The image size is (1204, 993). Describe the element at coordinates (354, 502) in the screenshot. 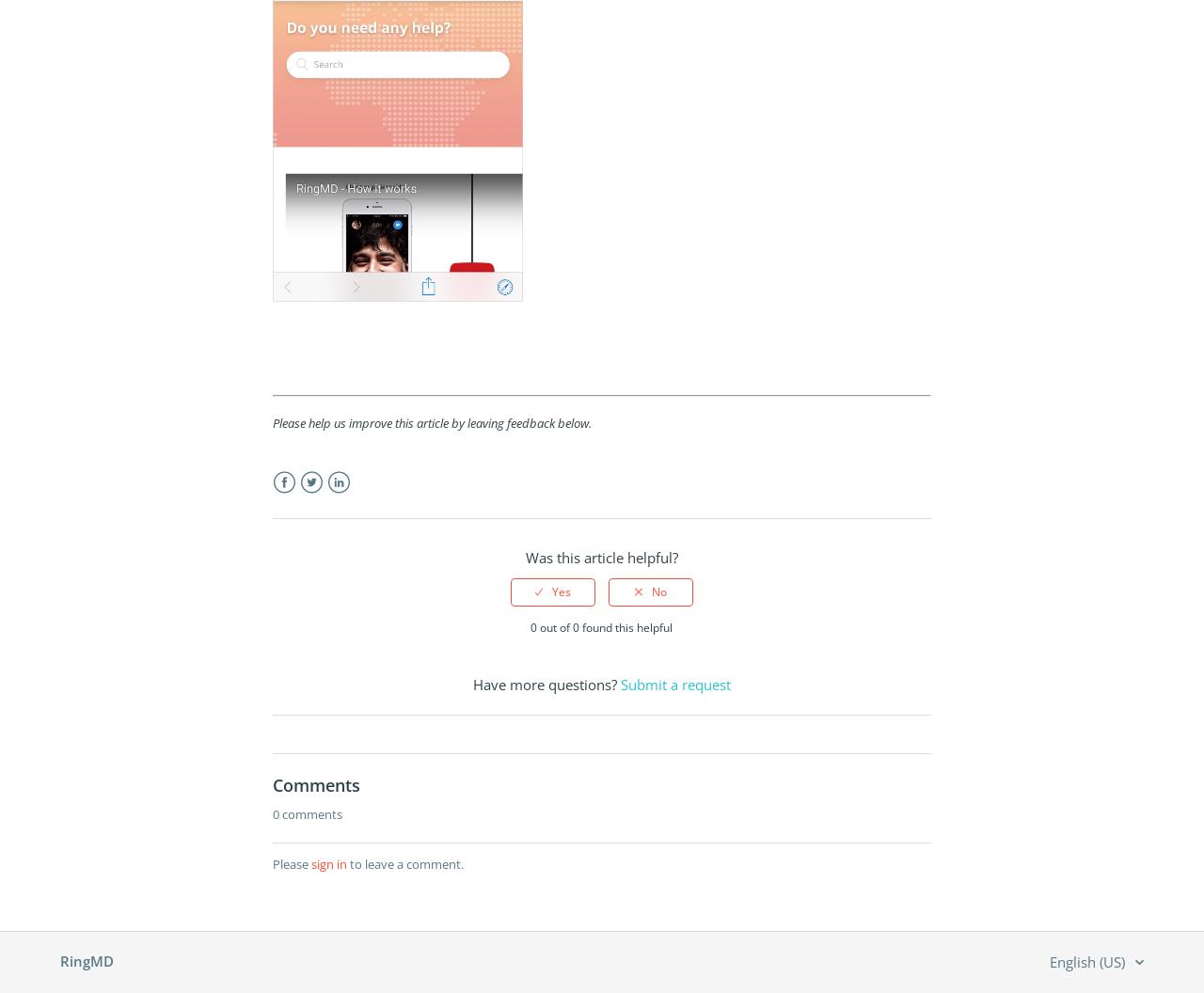

I see `'LinkedIn'` at that location.